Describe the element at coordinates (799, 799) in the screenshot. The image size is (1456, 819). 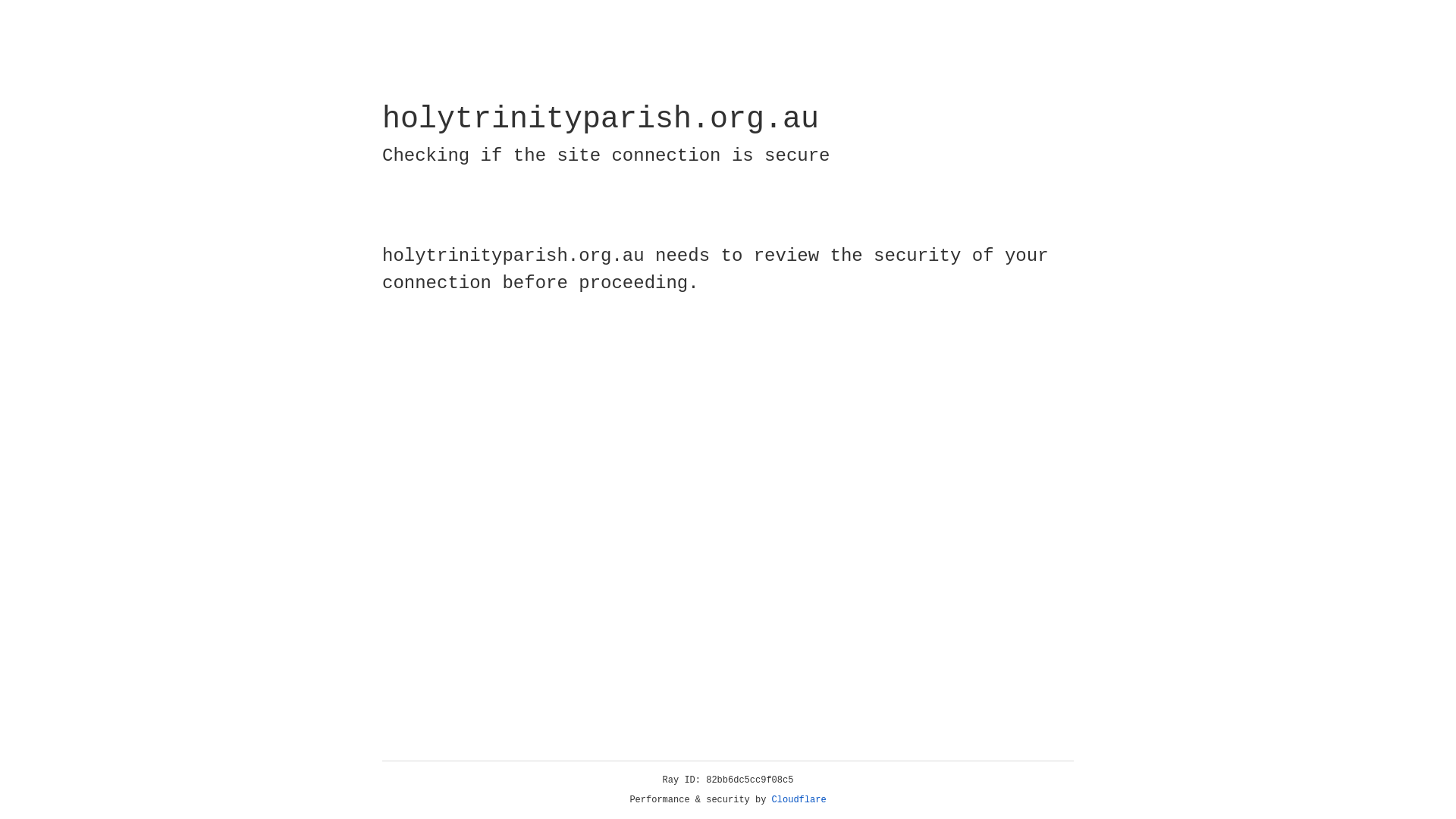
I see `'Cloudflare'` at that location.